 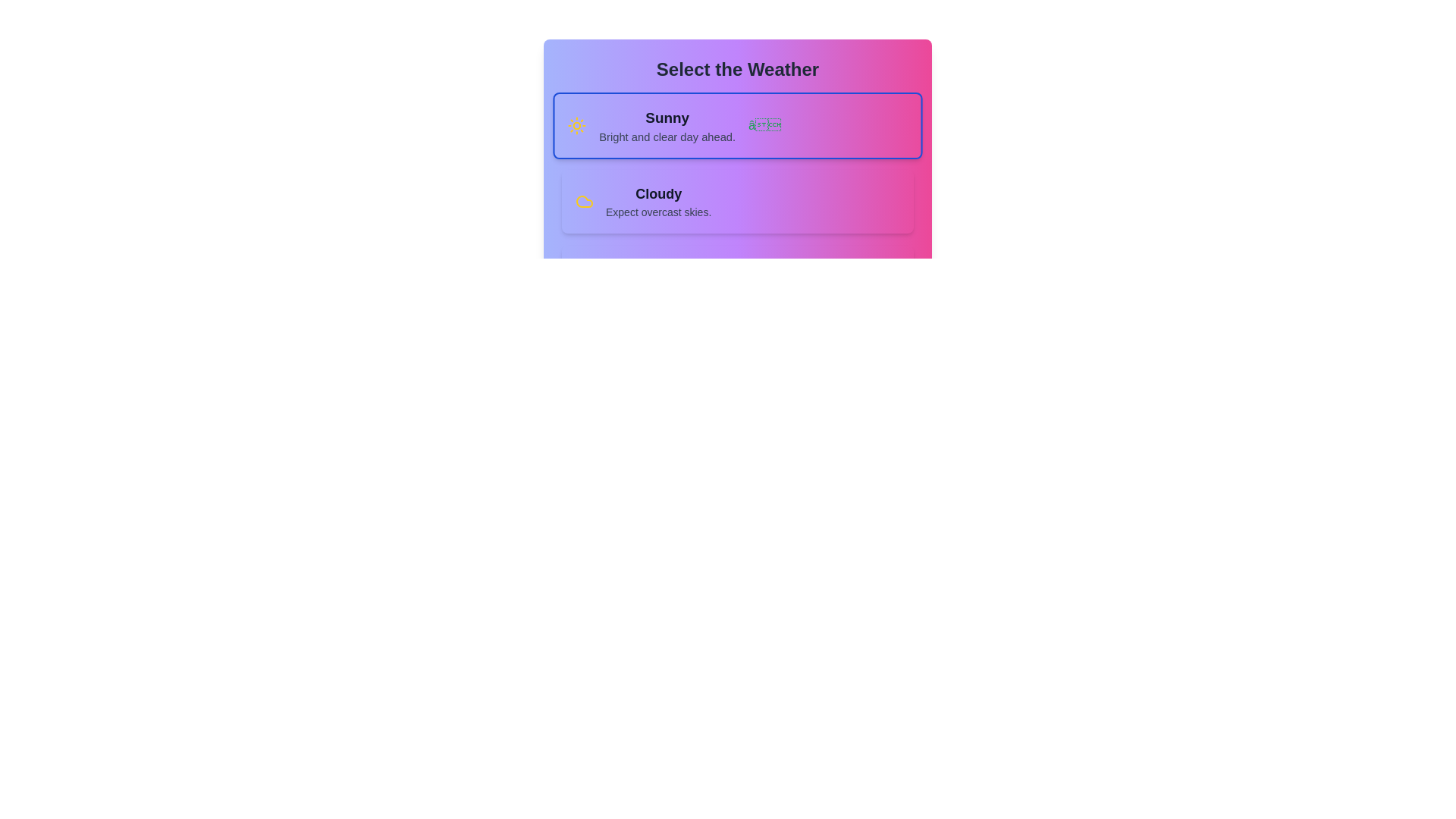 What do you see at coordinates (658, 193) in the screenshot?
I see `the text label indicating the cloudy weather option located within the weather selection card, positioned directly below the sunny weather description` at bounding box center [658, 193].